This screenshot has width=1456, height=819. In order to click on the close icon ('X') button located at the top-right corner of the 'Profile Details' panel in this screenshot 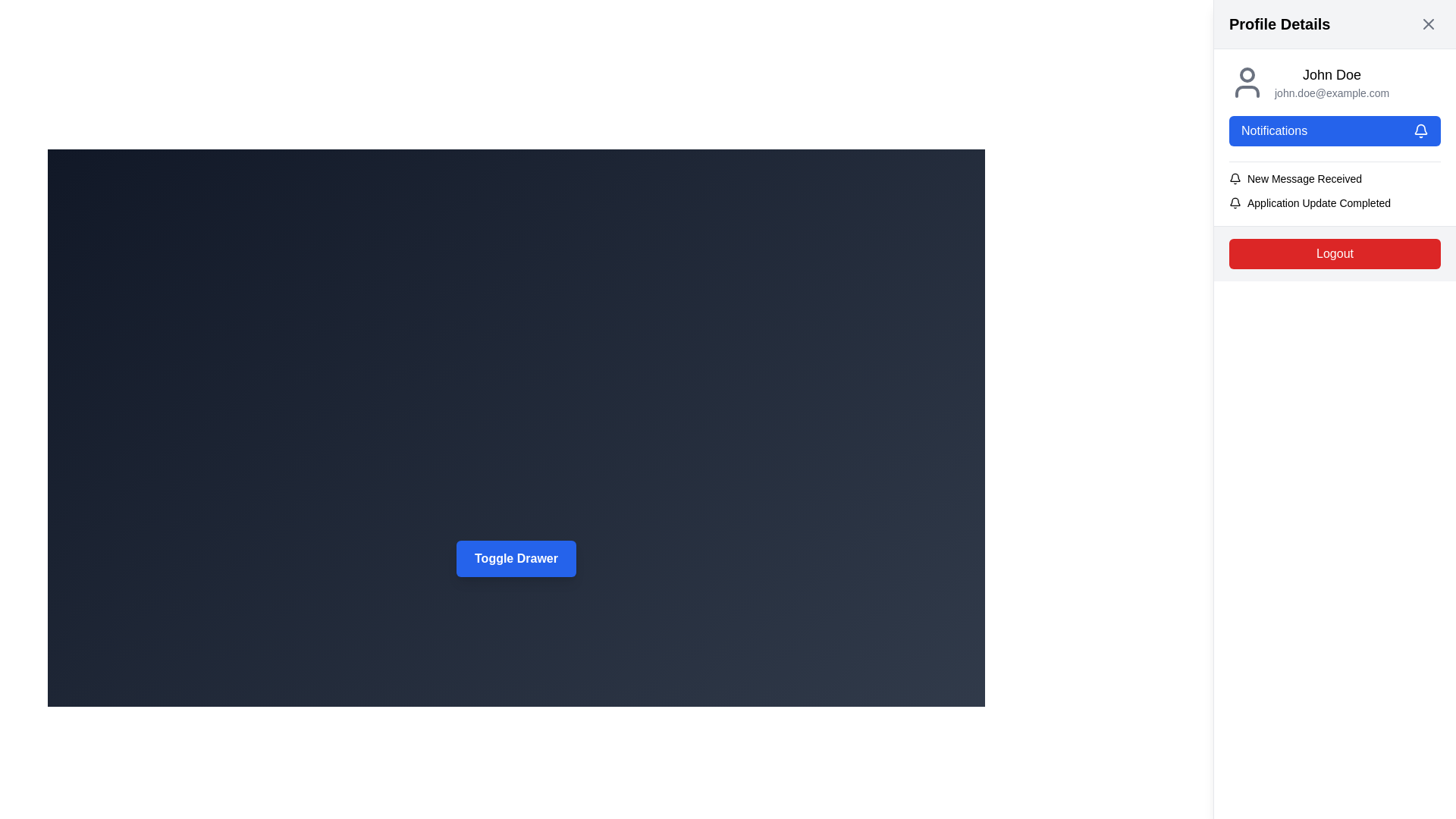, I will do `click(1427, 24)`.